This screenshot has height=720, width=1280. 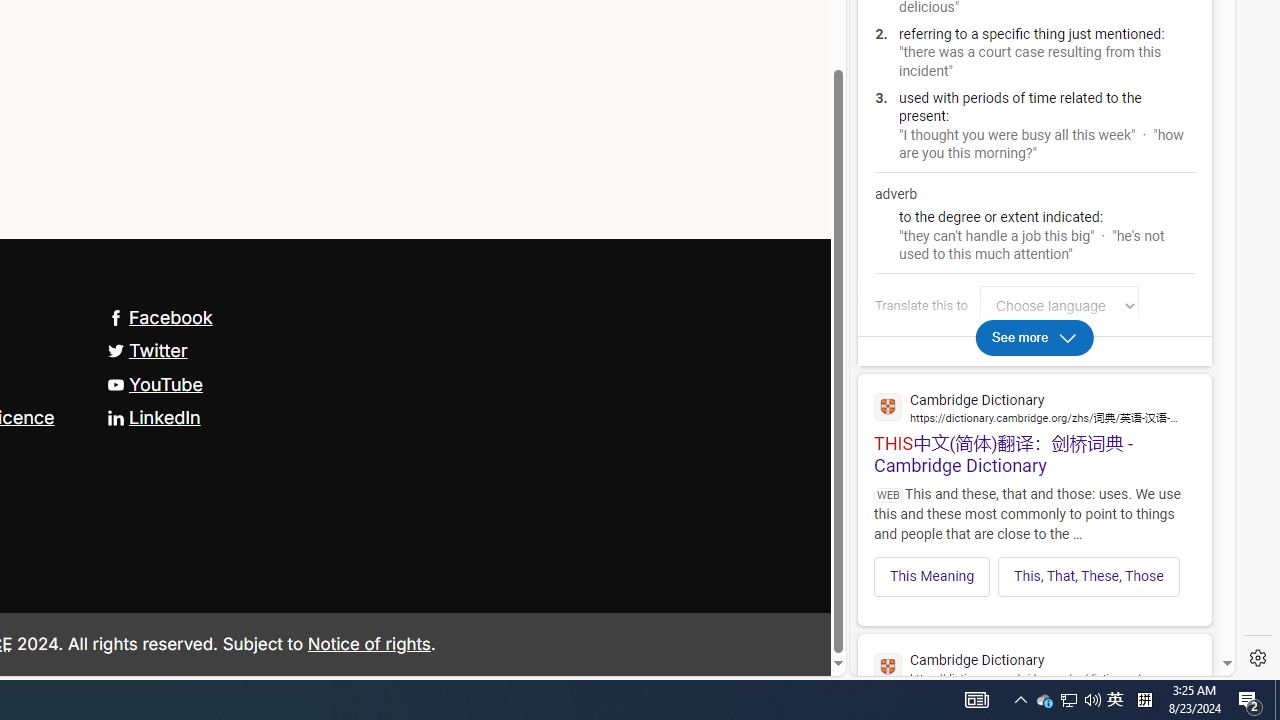 I want to click on 'See more', so click(x=1034, y=336).